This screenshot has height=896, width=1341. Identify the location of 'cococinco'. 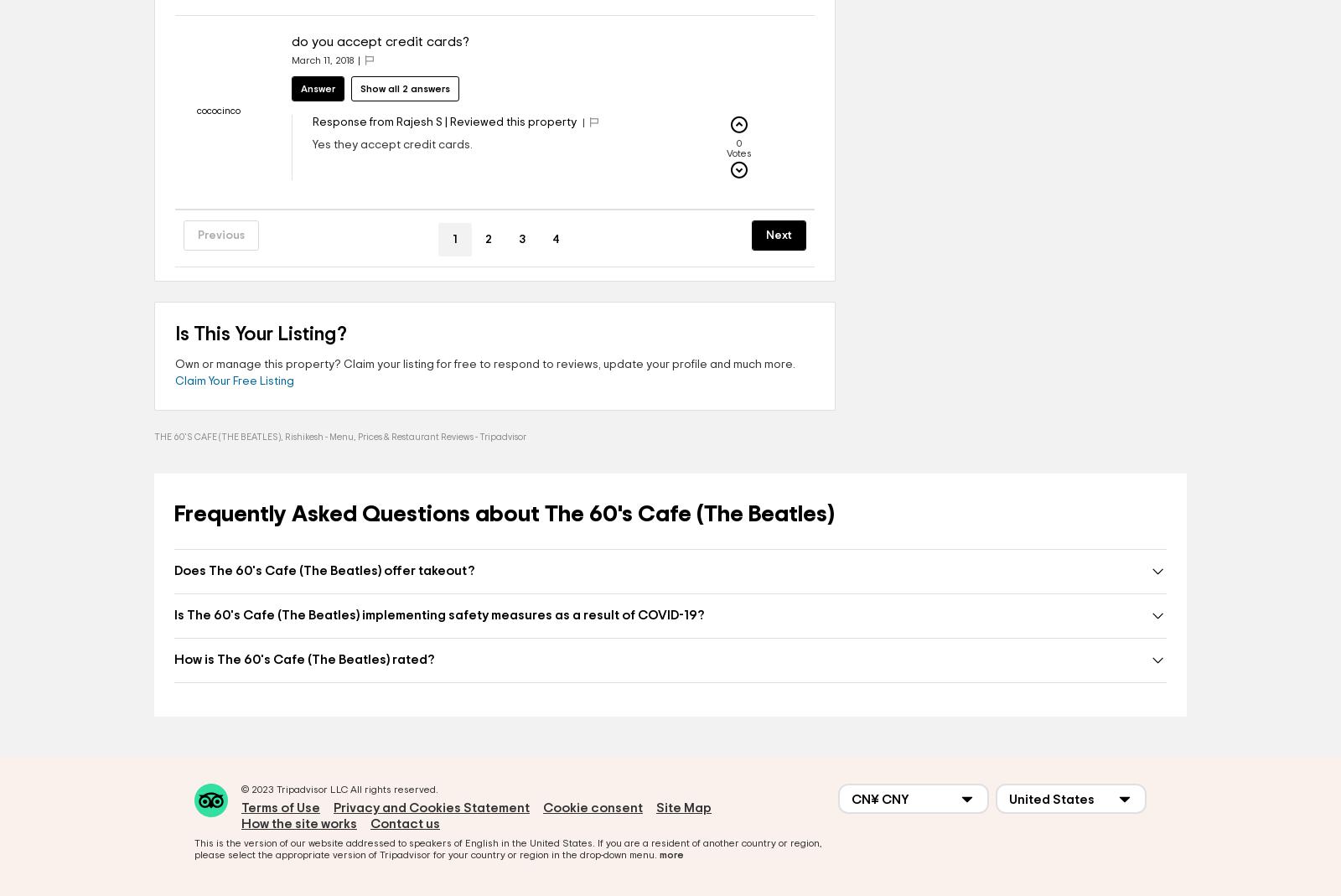
(197, 111).